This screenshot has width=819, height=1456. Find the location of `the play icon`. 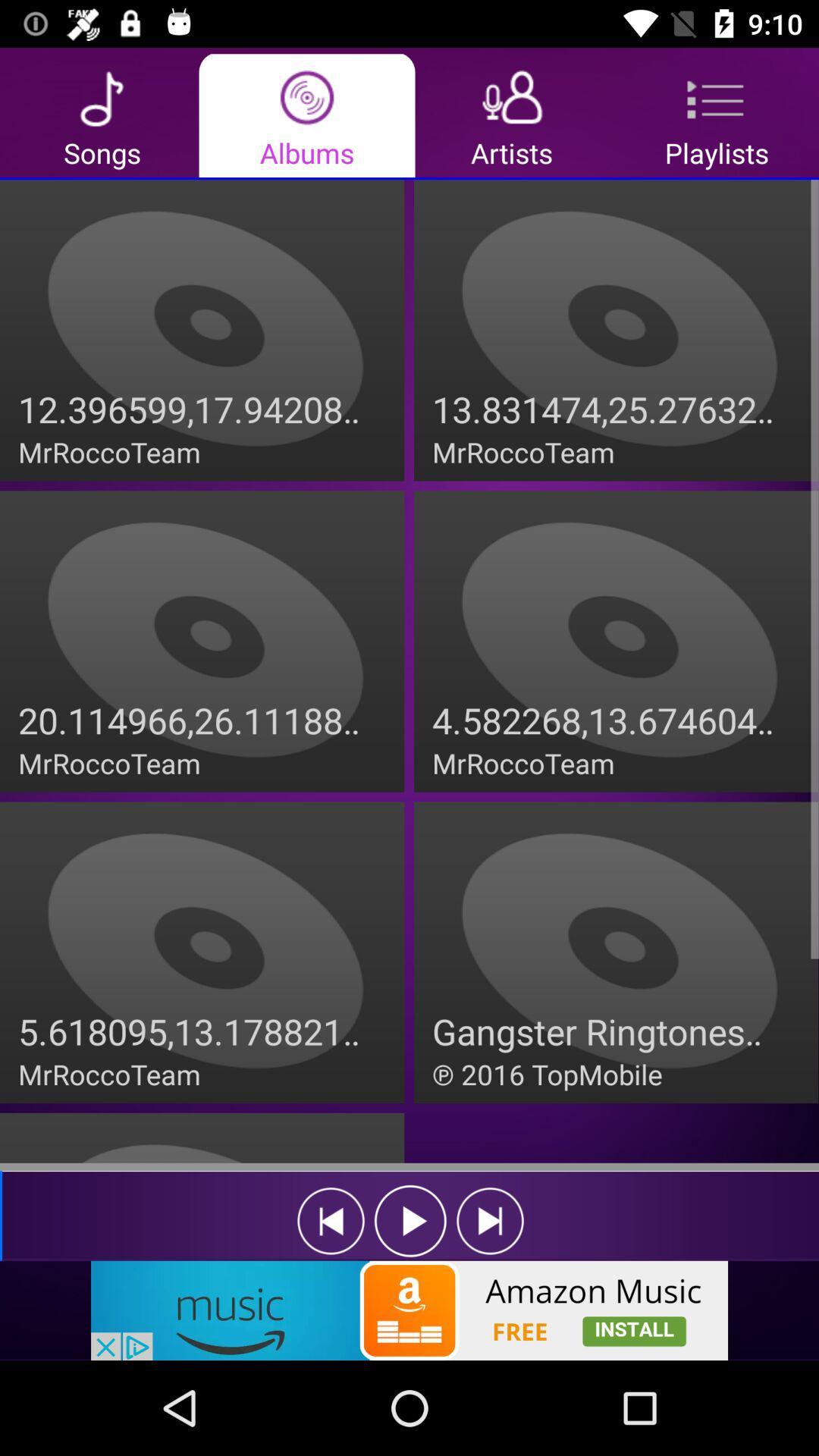

the play icon is located at coordinates (410, 1221).